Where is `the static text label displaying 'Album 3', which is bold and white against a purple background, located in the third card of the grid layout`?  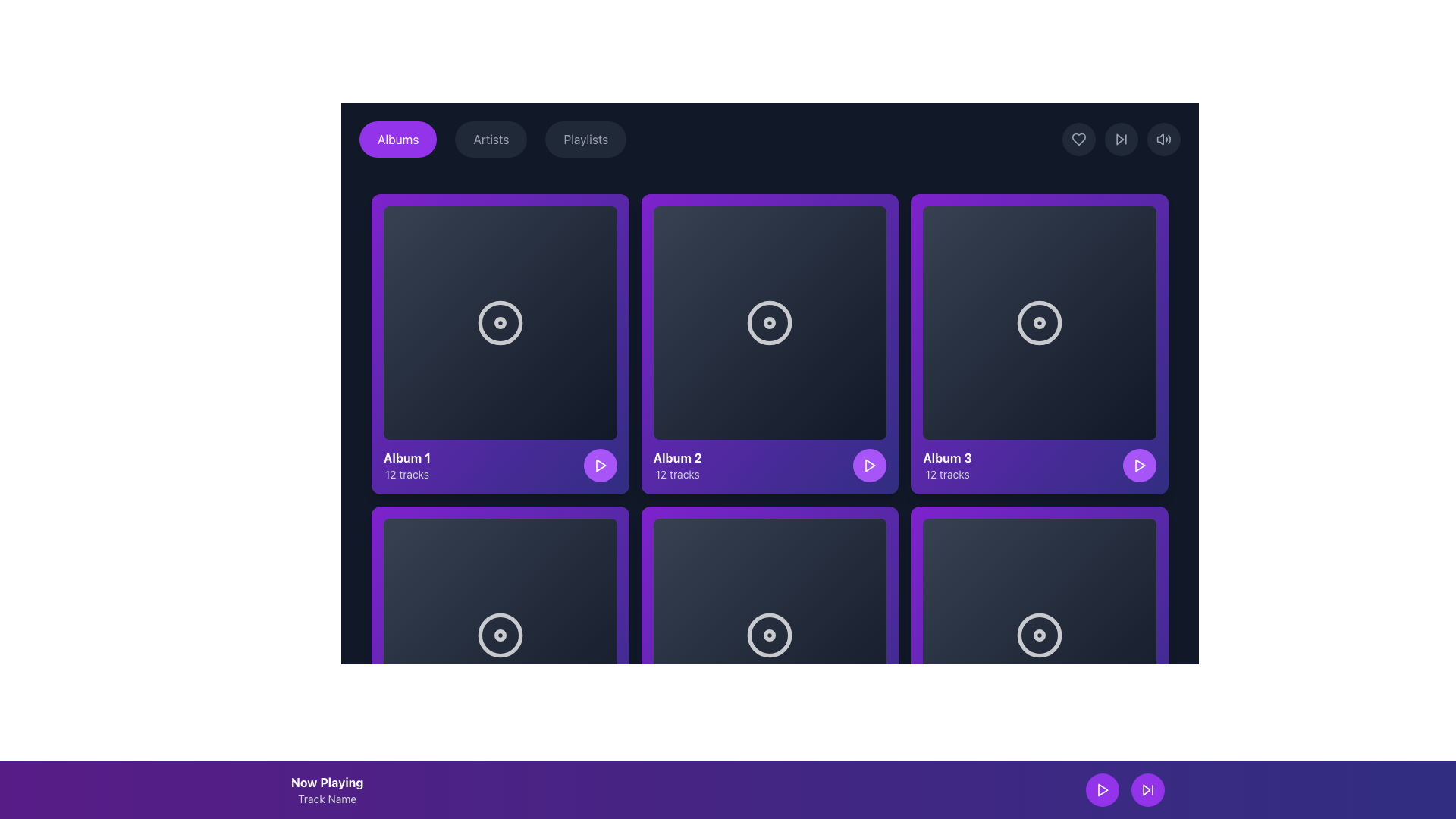 the static text label displaying 'Album 3', which is bold and white against a purple background, located in the third card of the grid layout is located at coordinates (946, 457).